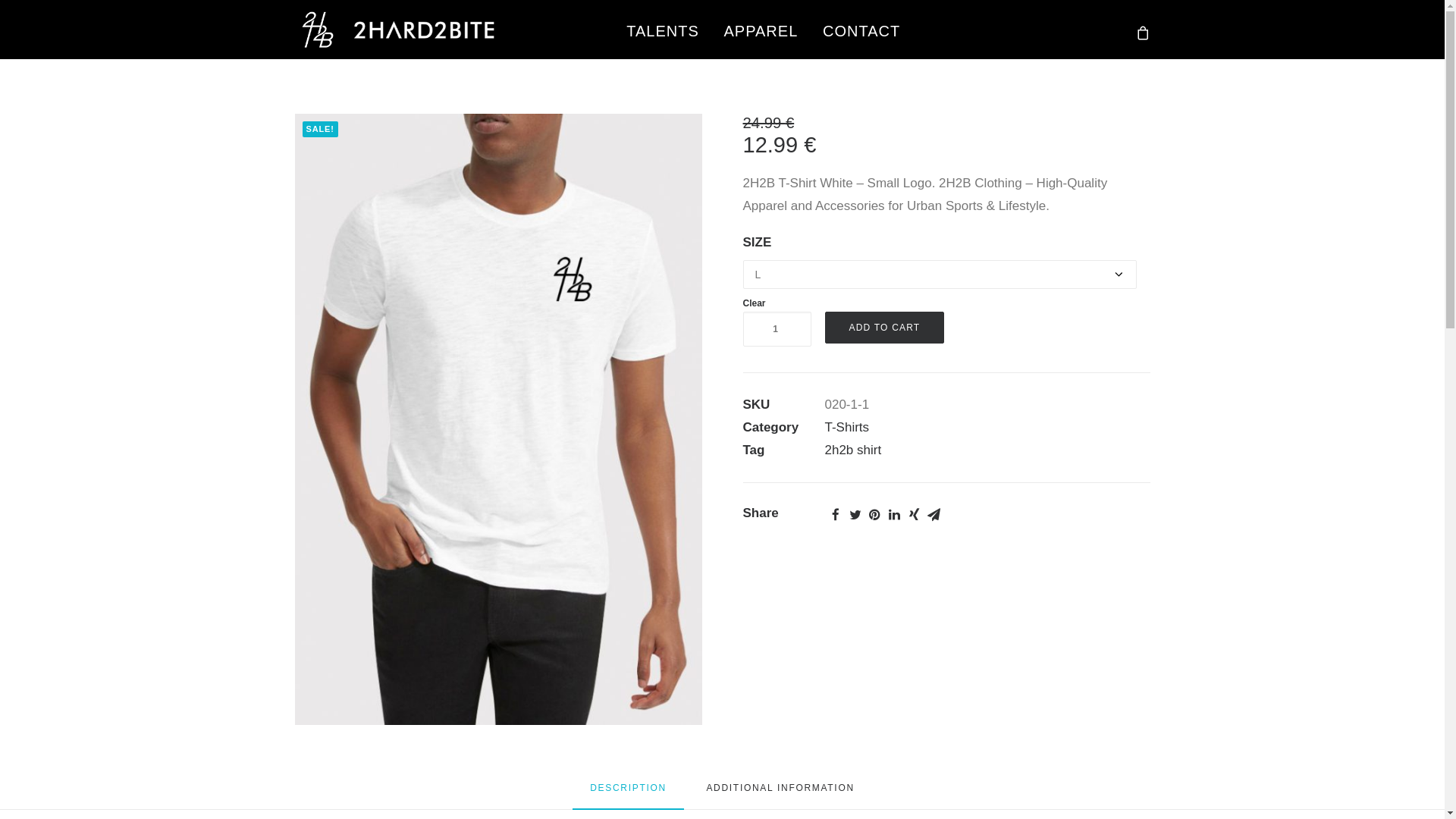  I want to click on 'cart', so click(1134, 29).